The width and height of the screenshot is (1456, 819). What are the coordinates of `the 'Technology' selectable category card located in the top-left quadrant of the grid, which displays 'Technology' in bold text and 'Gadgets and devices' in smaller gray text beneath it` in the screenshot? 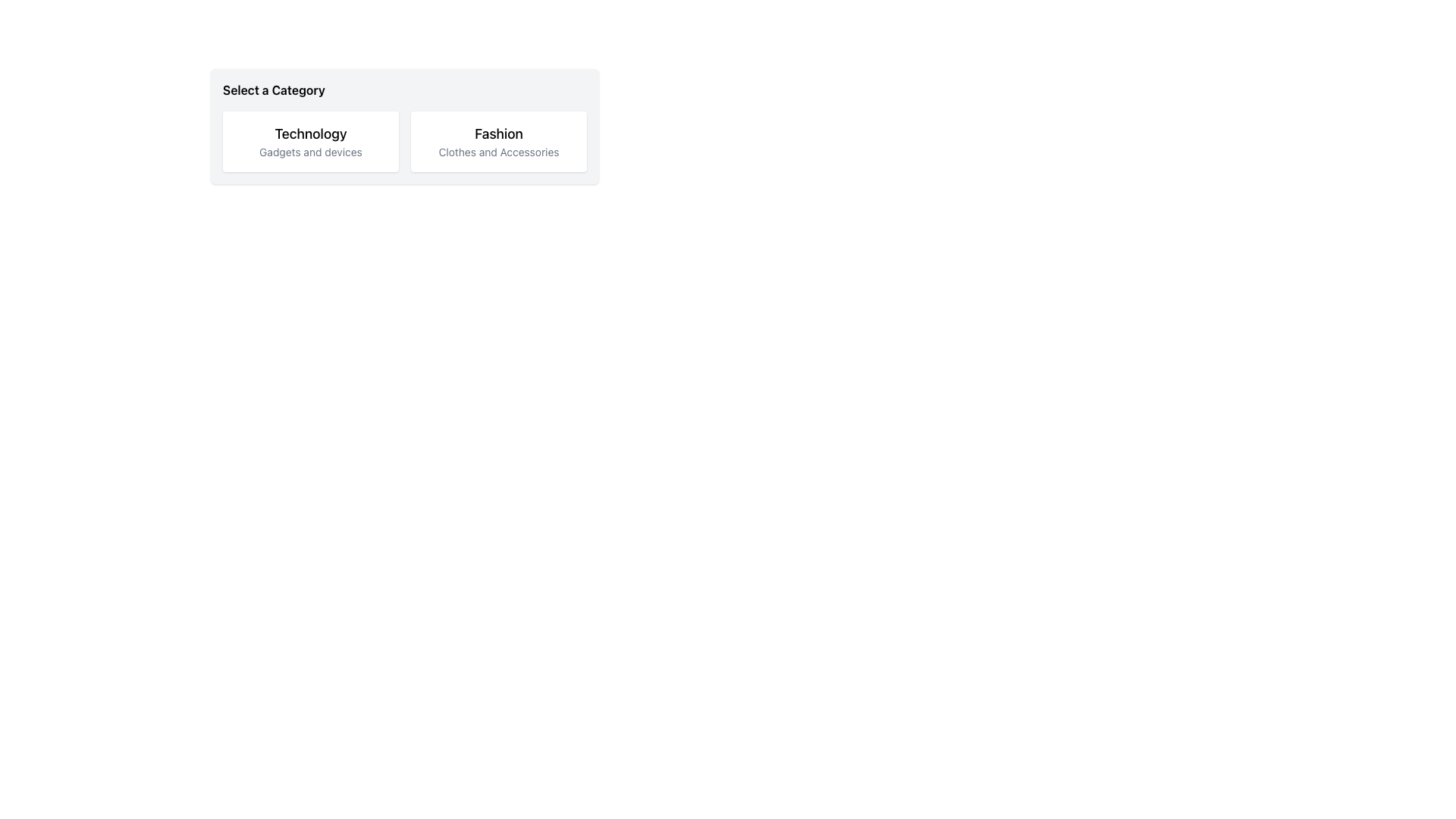 It's located at (309, 141).